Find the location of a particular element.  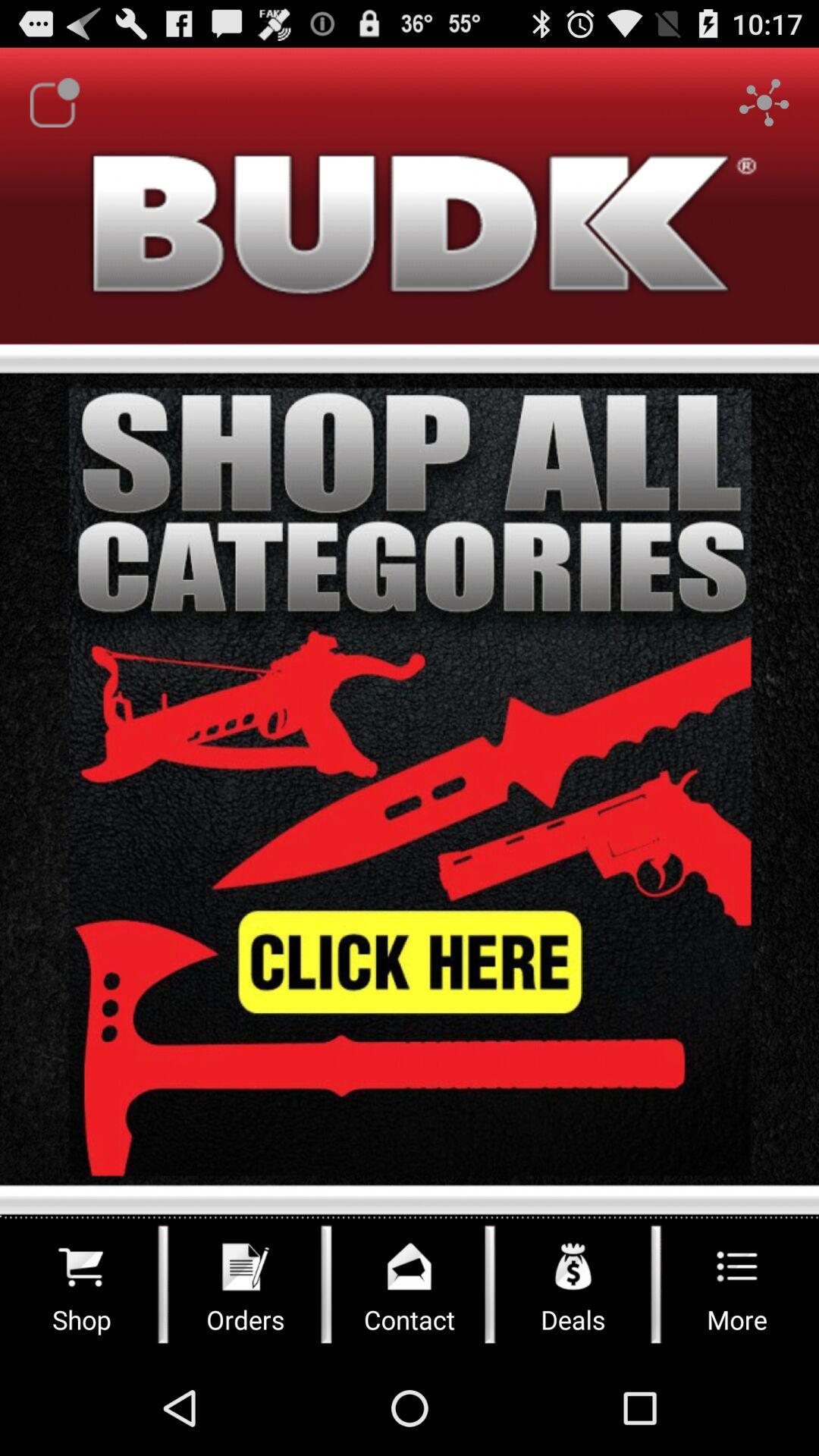

the settings icon is located at coordinates (764, 108).